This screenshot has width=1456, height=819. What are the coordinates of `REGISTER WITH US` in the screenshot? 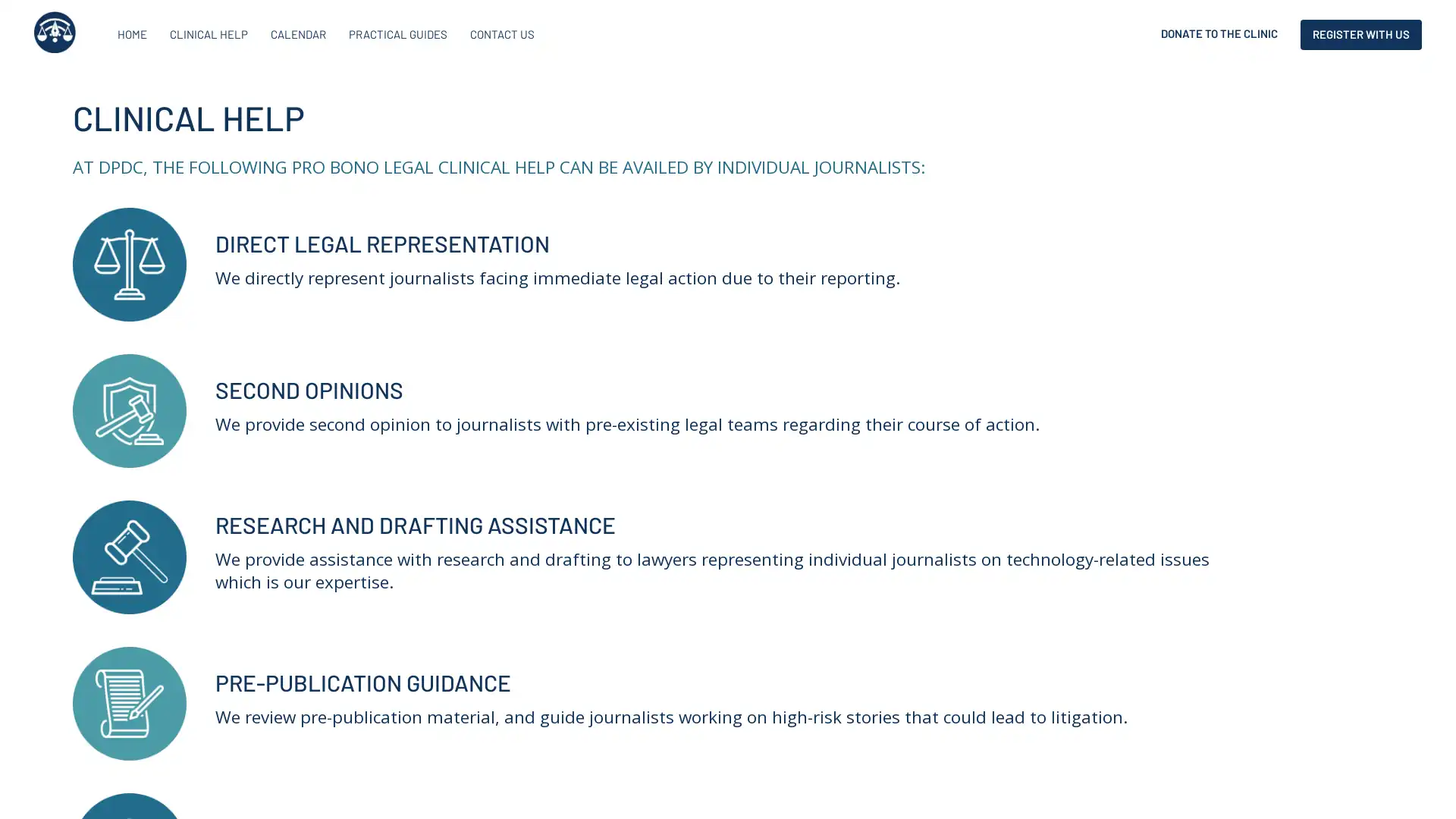 It's located at (1361, 34).